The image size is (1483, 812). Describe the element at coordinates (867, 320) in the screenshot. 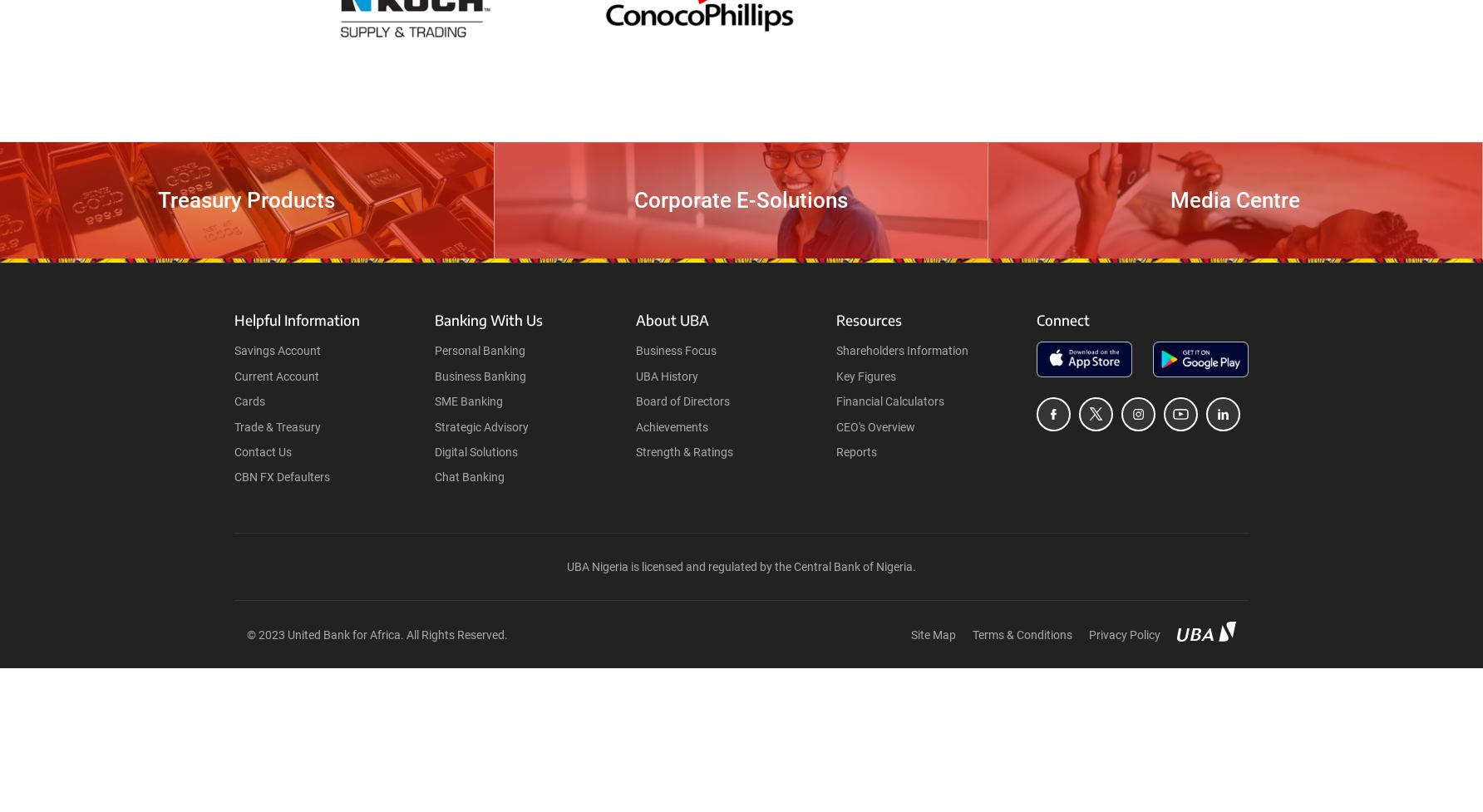

I see `'Resources'` at that location.